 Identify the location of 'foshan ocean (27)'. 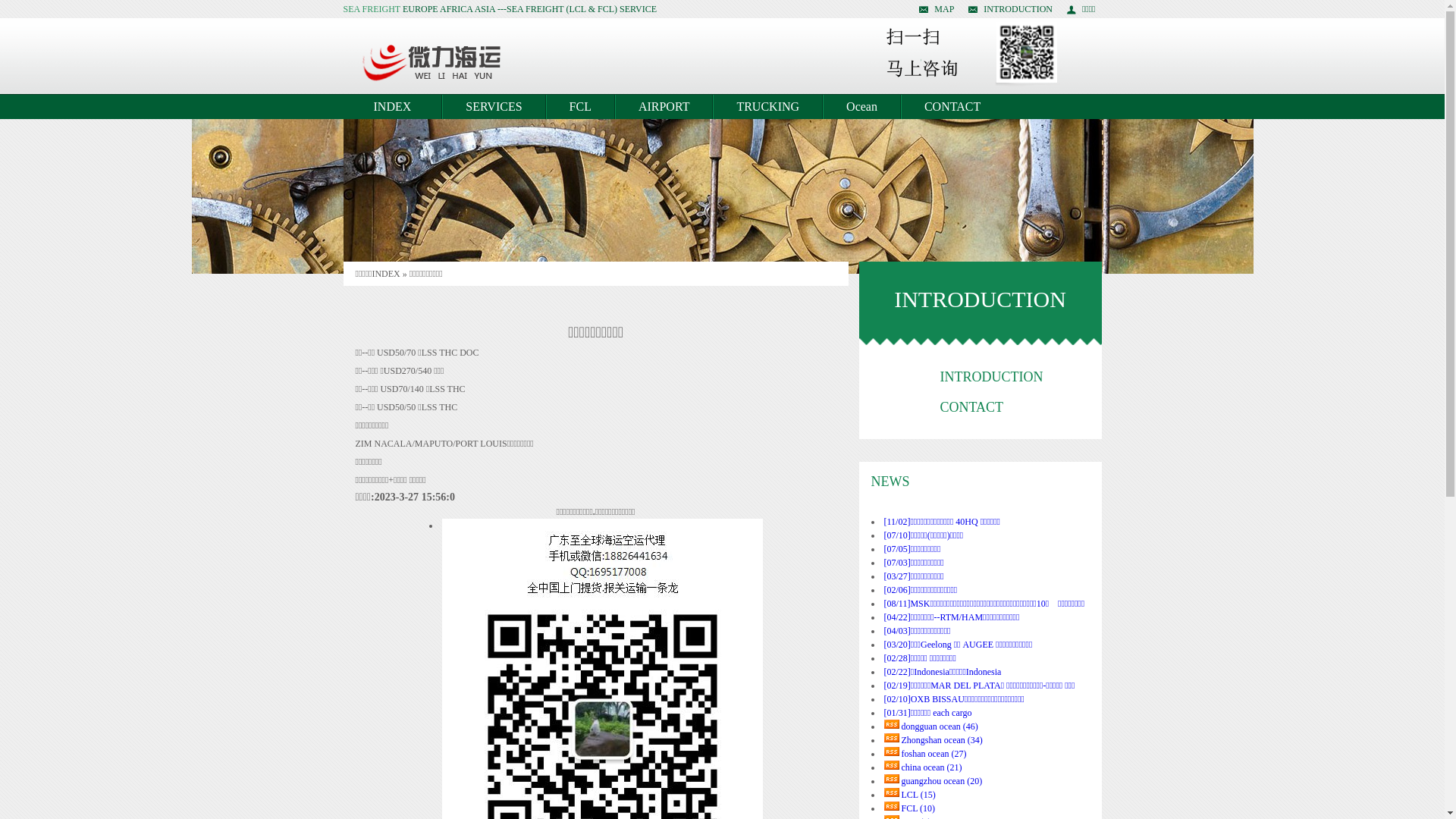
(901, 754).